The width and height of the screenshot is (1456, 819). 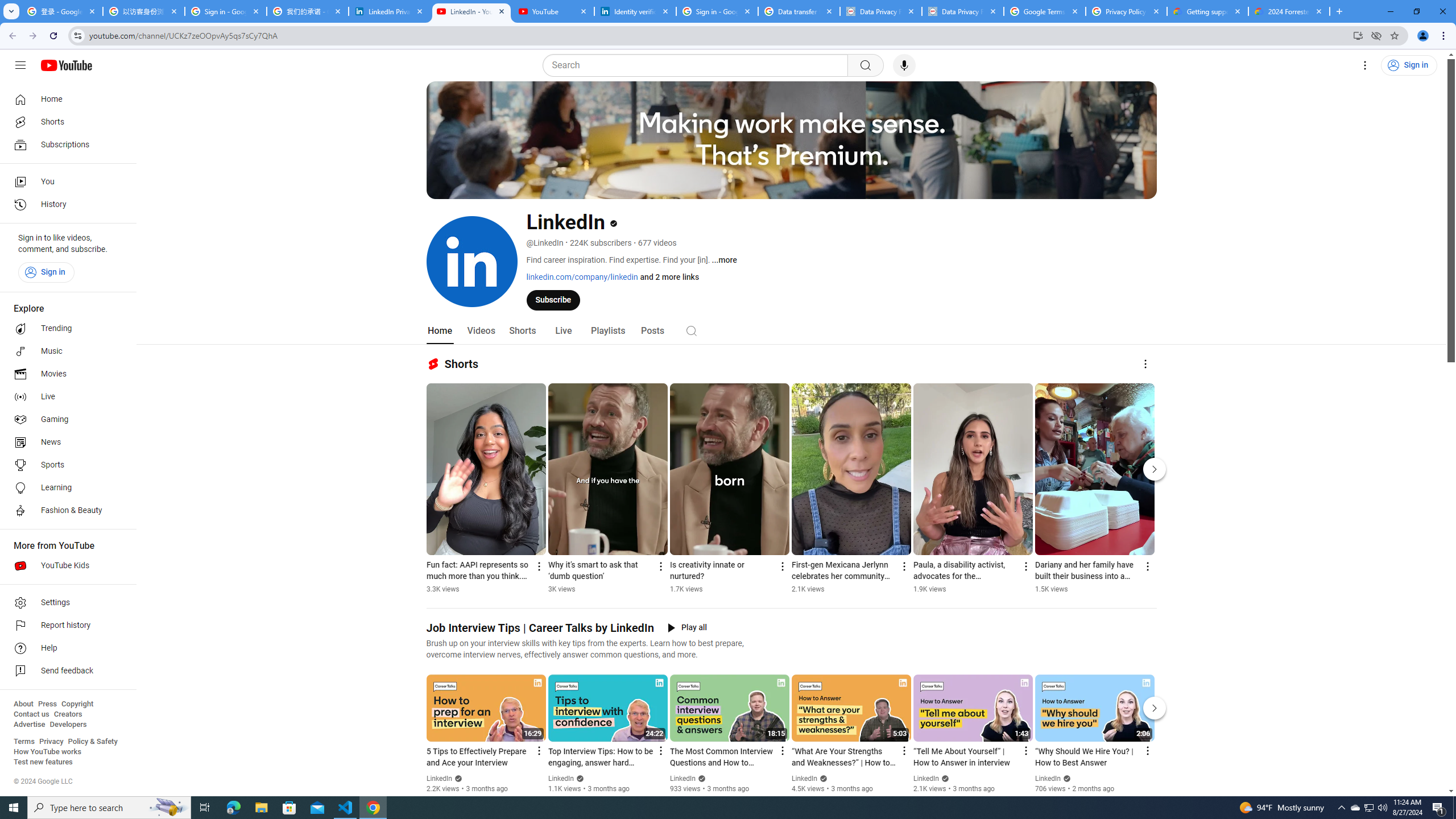 I want to click on 'Report history', so click(x=64, y=625).